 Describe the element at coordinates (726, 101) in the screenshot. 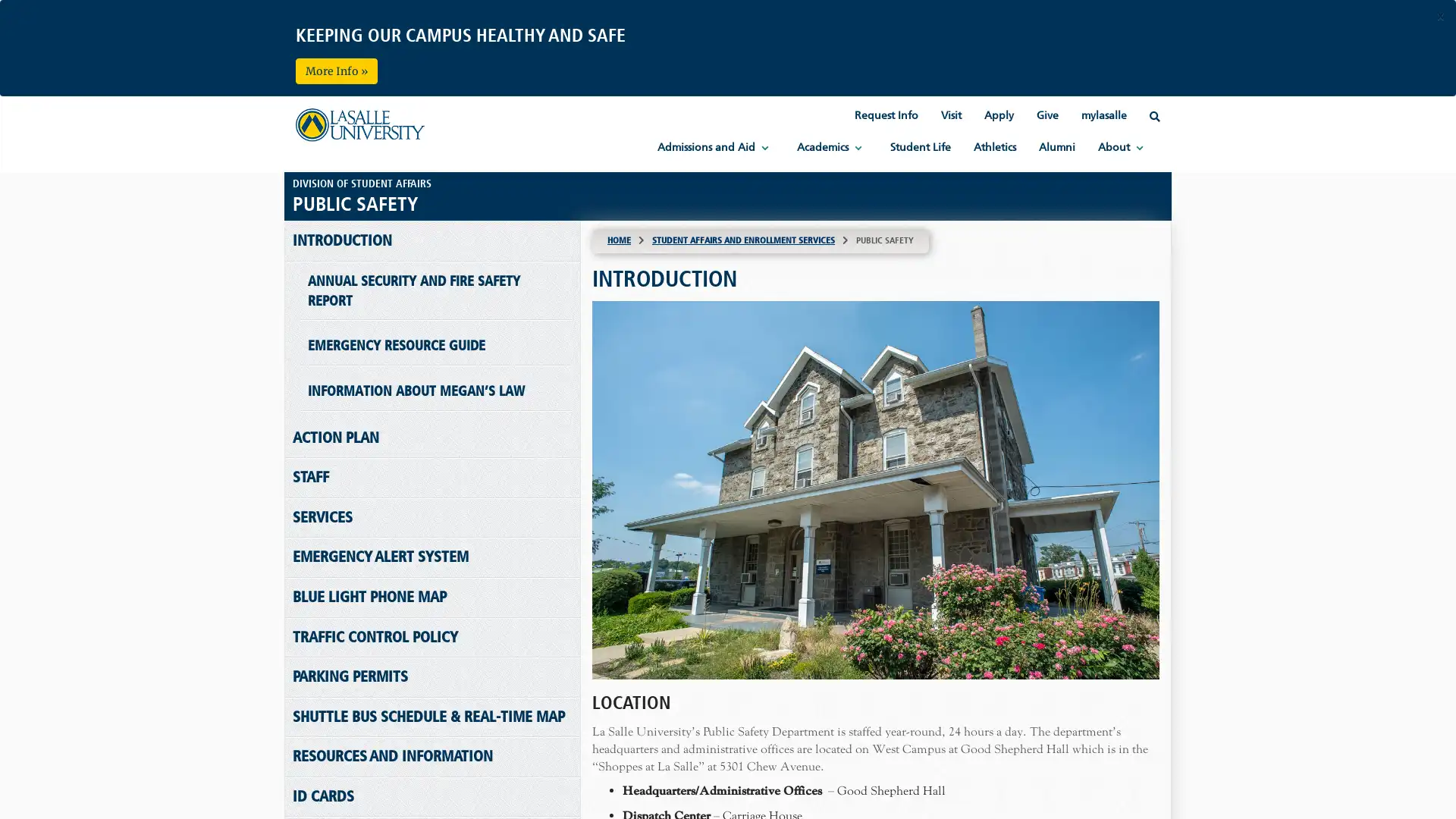

I see `Search Submit` at that location.